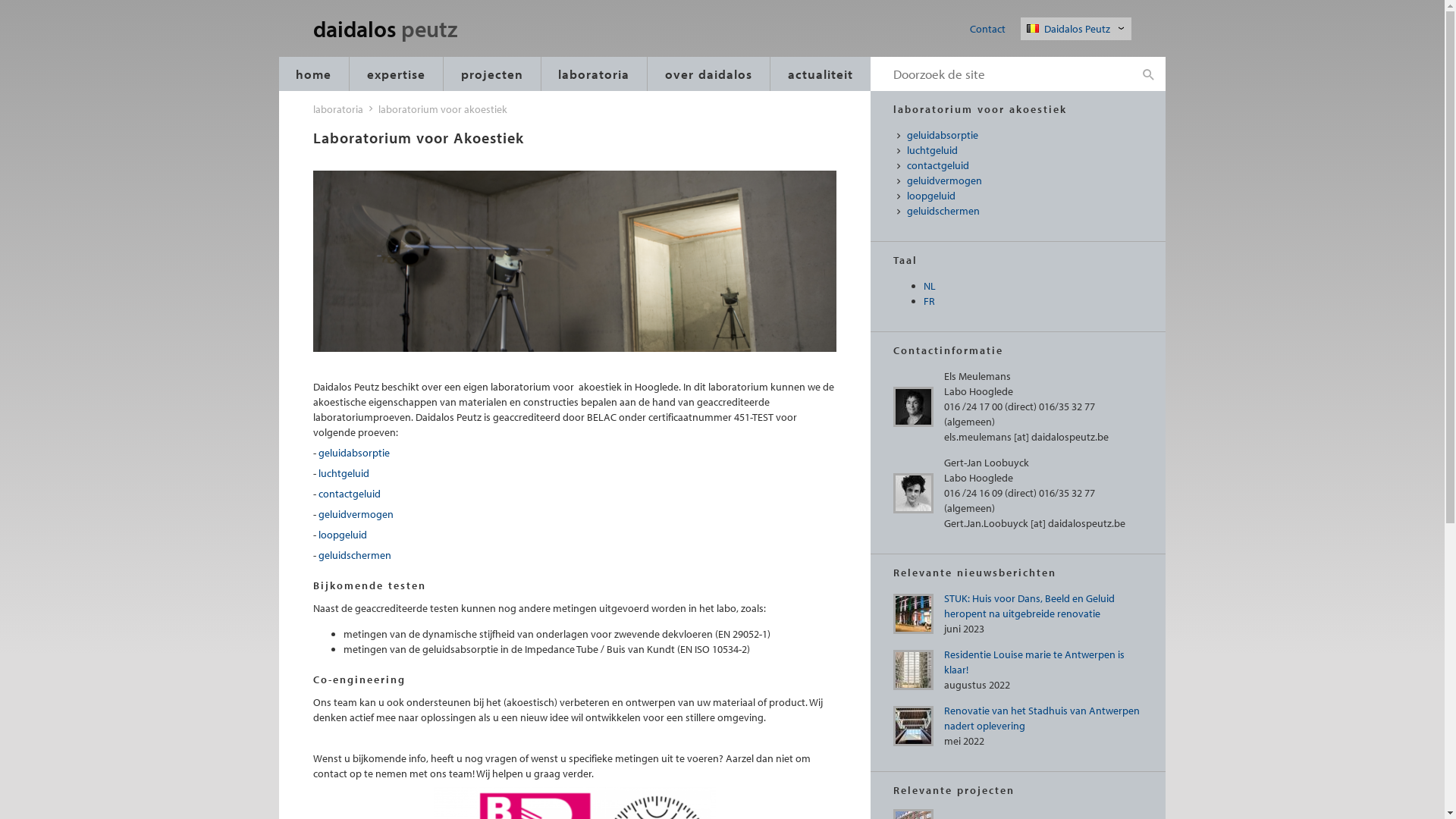 The height and width of the screenshot is (819, 1456). I want to click on 'projecten', so click(491, 74).